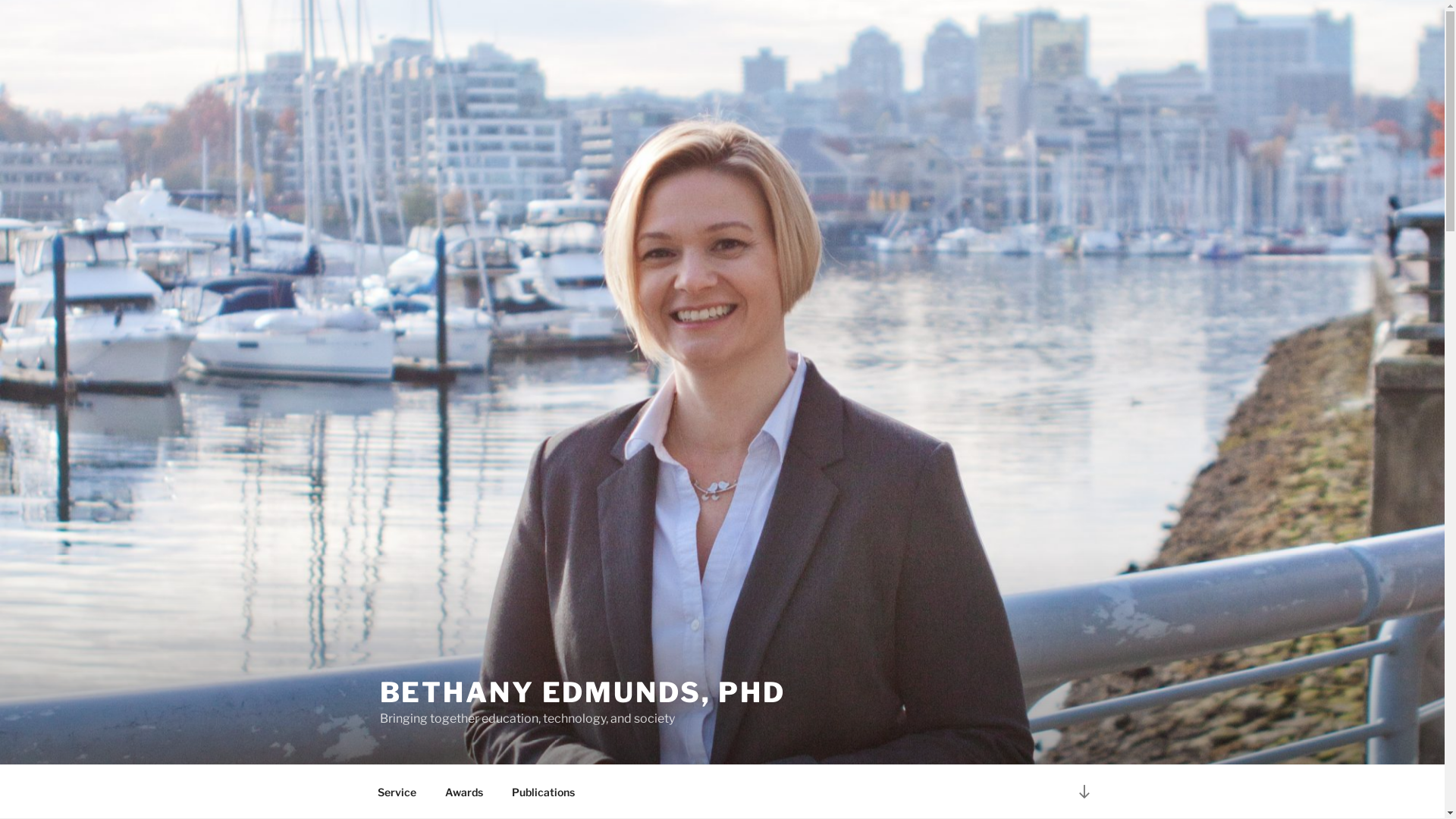 The height and width of the screenshot is (819, 1456). I want to click on 'Scroll down to content', so click(1083, 790).